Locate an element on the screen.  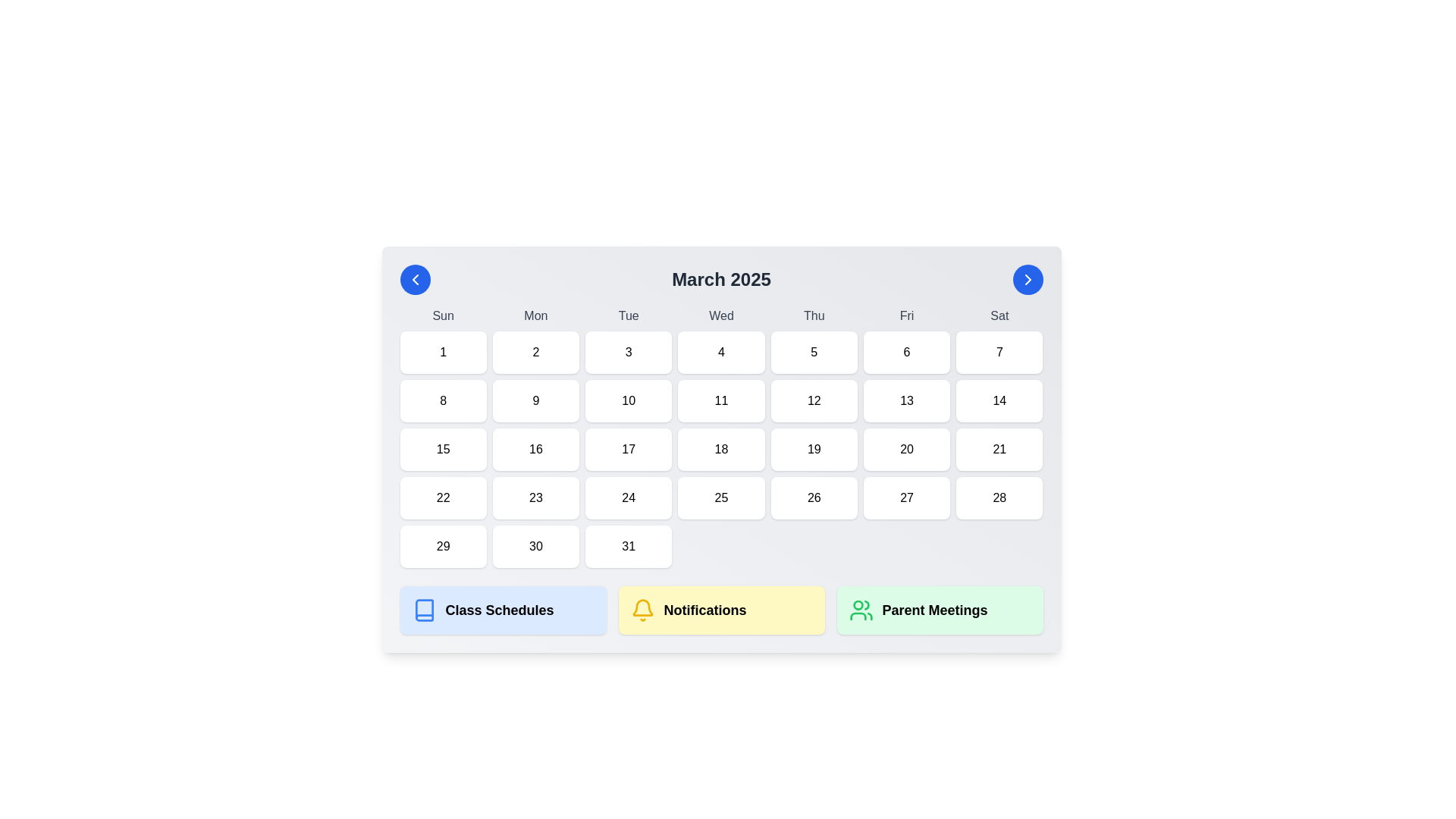
the calendar day tile displaying the number '4' located in the first row and fourth column of the grid layout under the label 'Wed' is located at coordinates (720, 353).